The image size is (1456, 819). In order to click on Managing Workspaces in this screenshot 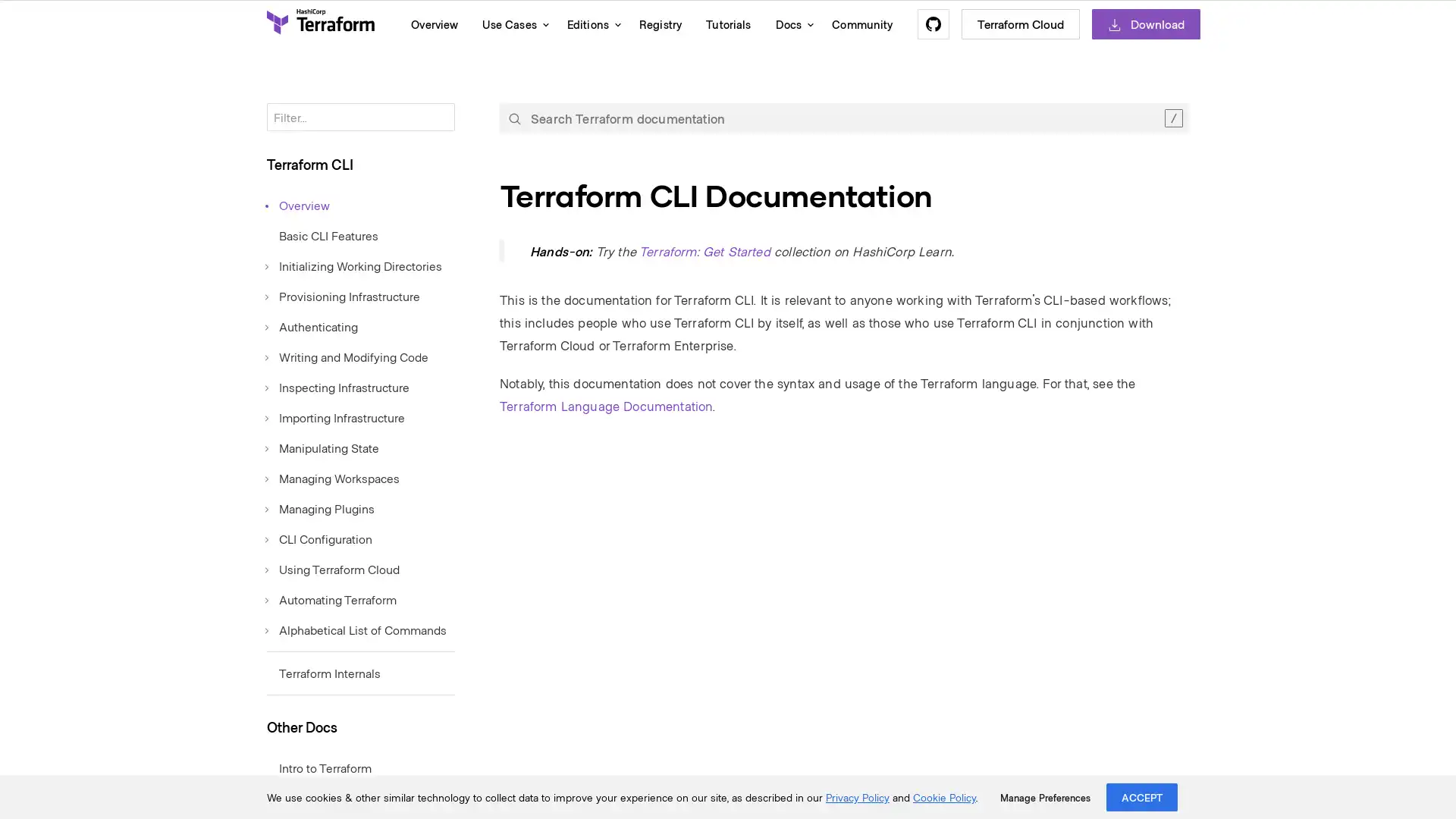, I will do `click(332, 476)`.